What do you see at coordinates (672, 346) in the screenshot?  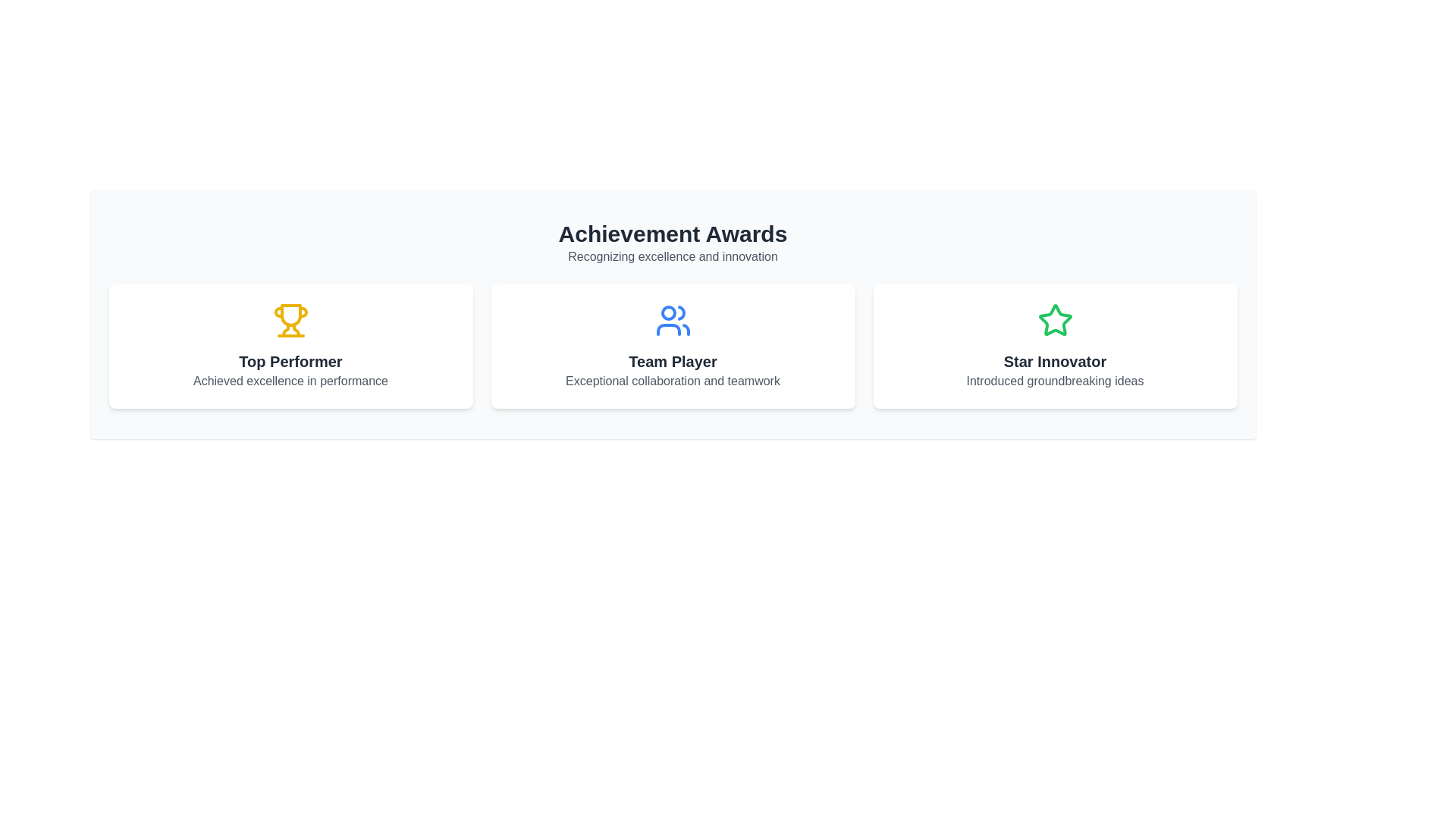 I see `the second informational display card in the 'Achievement Awards' section, which recognizes outstanding collaboration and teamwork` at bounding box center [672, 346].